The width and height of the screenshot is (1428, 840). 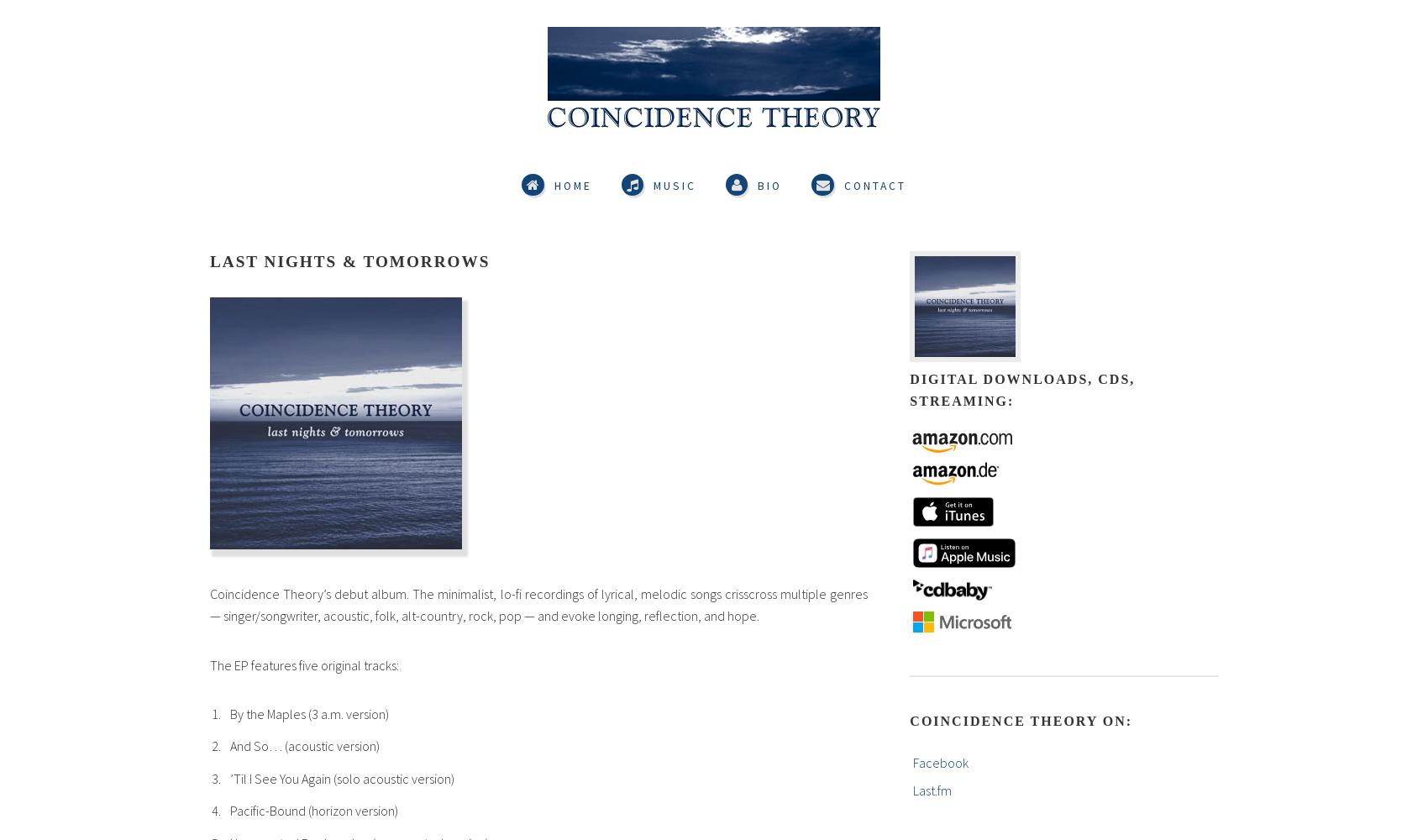 What do you see at coordinates (308, 713) in the screenshot?
I see `'By the Maples (3 a.m. version)'` at bounding box center [308, 713].